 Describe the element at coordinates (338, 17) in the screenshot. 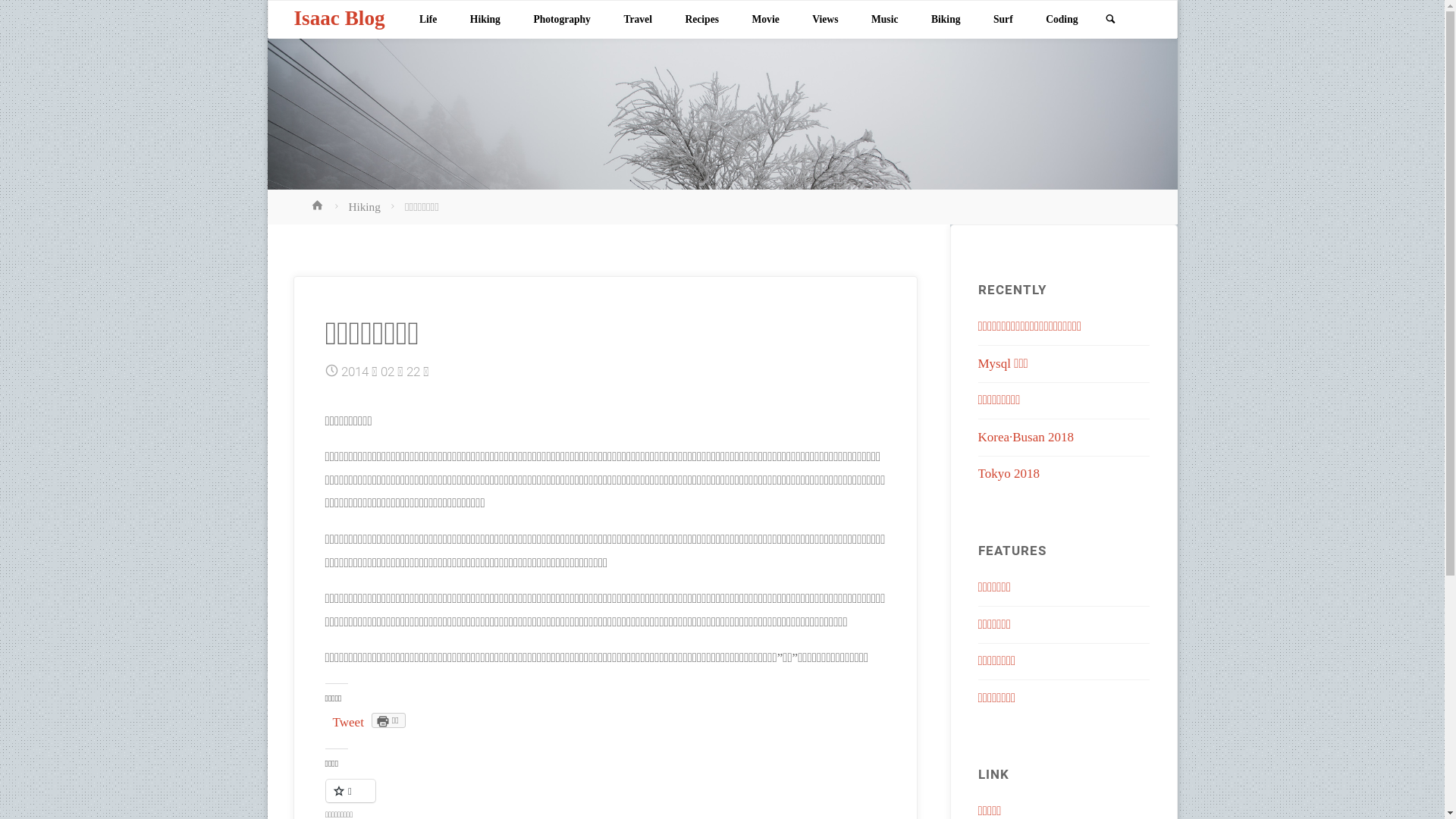

I see `'Isaac Blog'` at that location.